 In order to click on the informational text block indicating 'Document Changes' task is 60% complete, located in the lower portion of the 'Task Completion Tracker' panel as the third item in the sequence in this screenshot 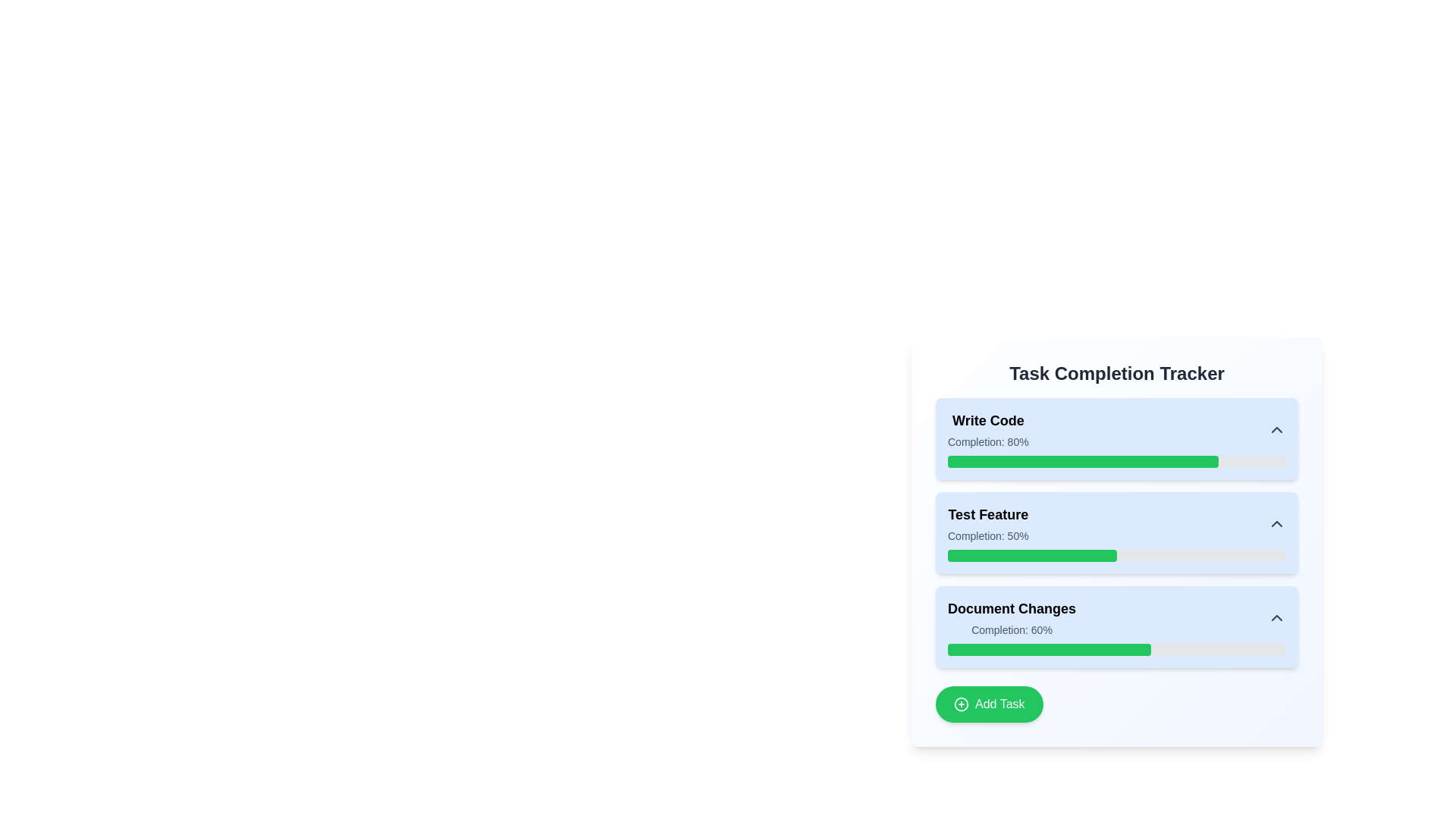, I will do `click(1012, 617)`.